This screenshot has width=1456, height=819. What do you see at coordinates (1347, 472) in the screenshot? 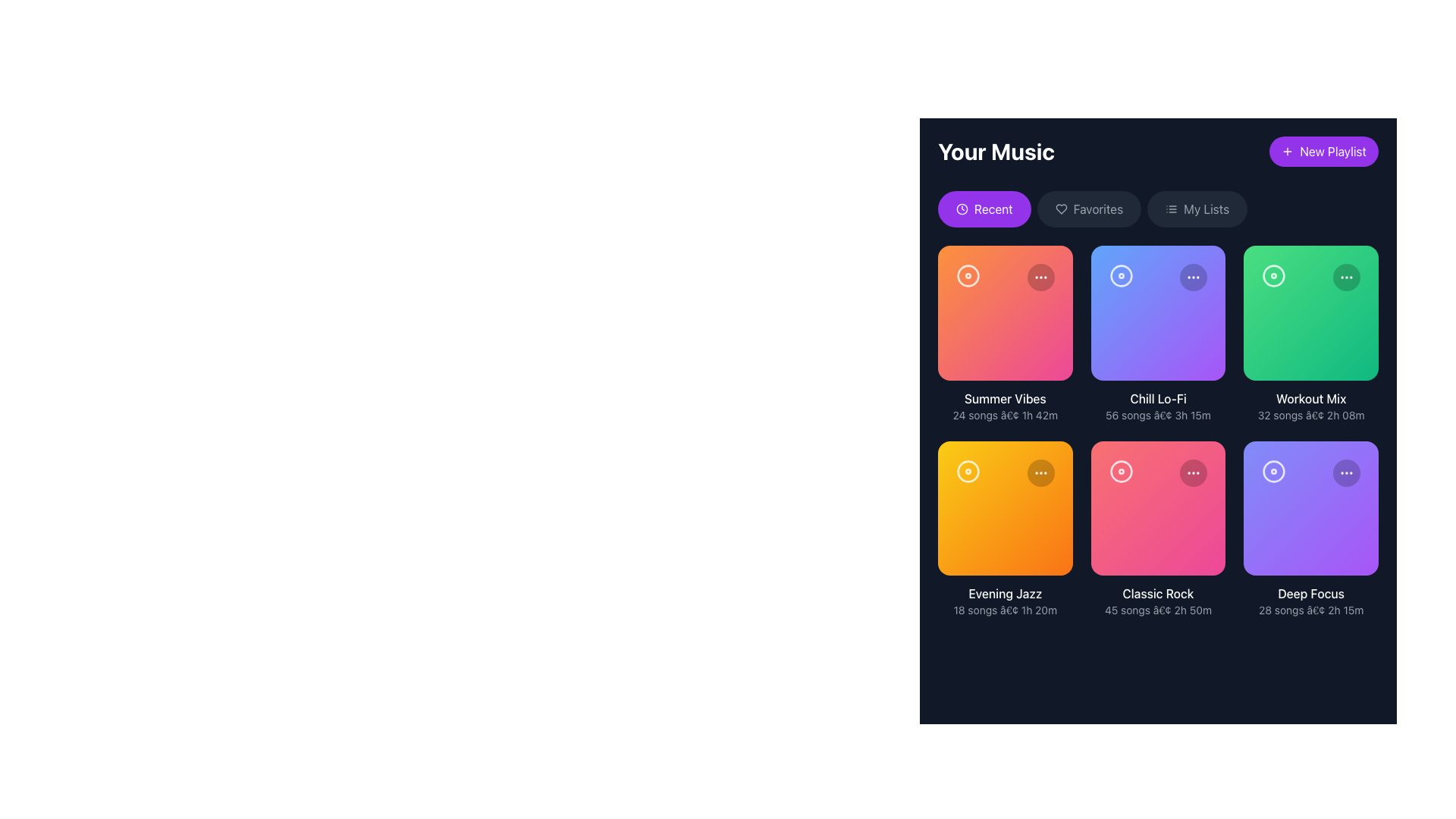
I see `the Ellipsis icon, which is represented by three small circular dots arranged in a horizontal line, located at the top-right corner of the 'Deep Focus' card in the music playlists layout` at bounding box center [1347, 472].